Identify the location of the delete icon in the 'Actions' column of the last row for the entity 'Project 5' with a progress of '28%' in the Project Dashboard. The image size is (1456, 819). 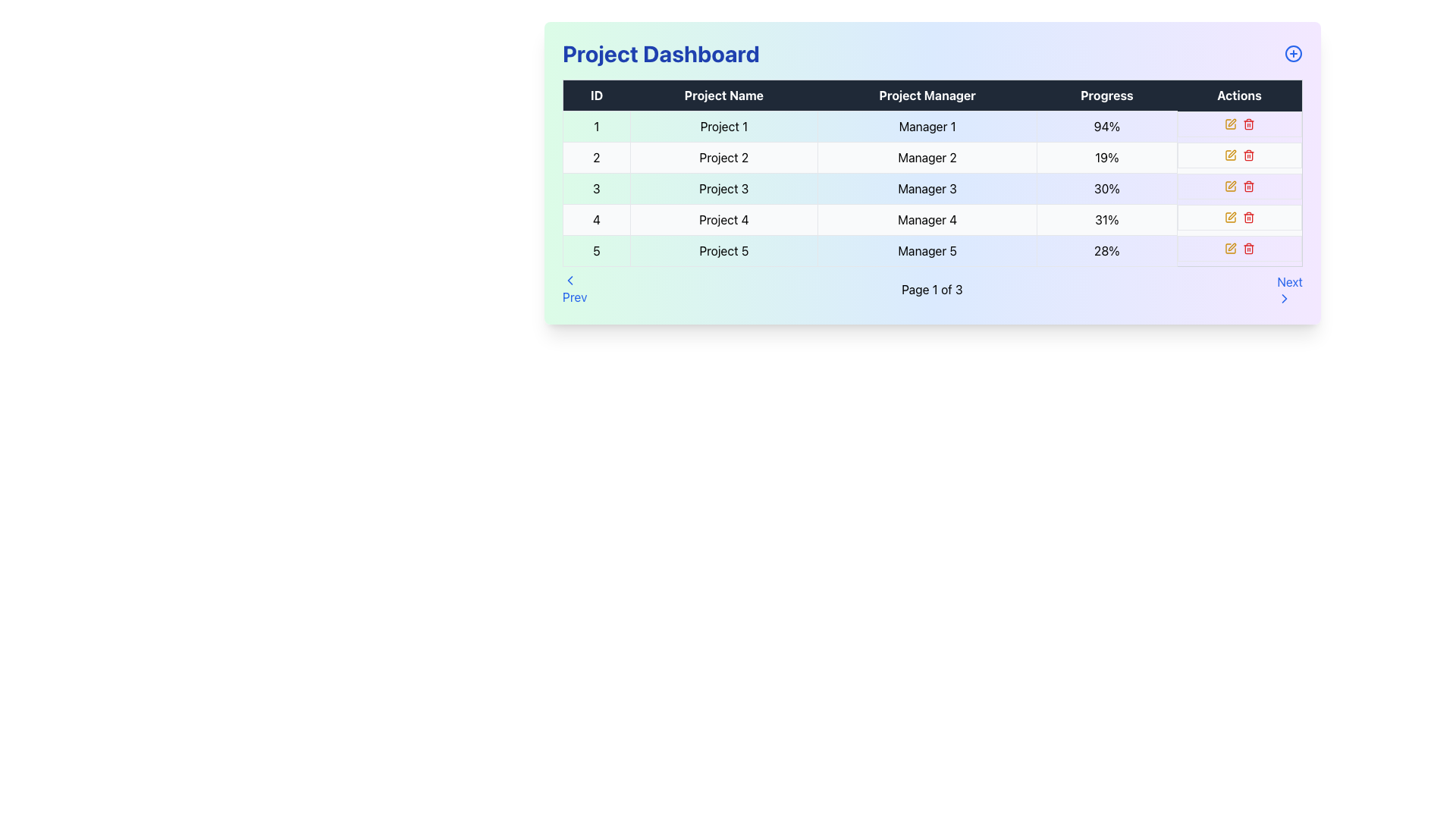
(1239, 247).